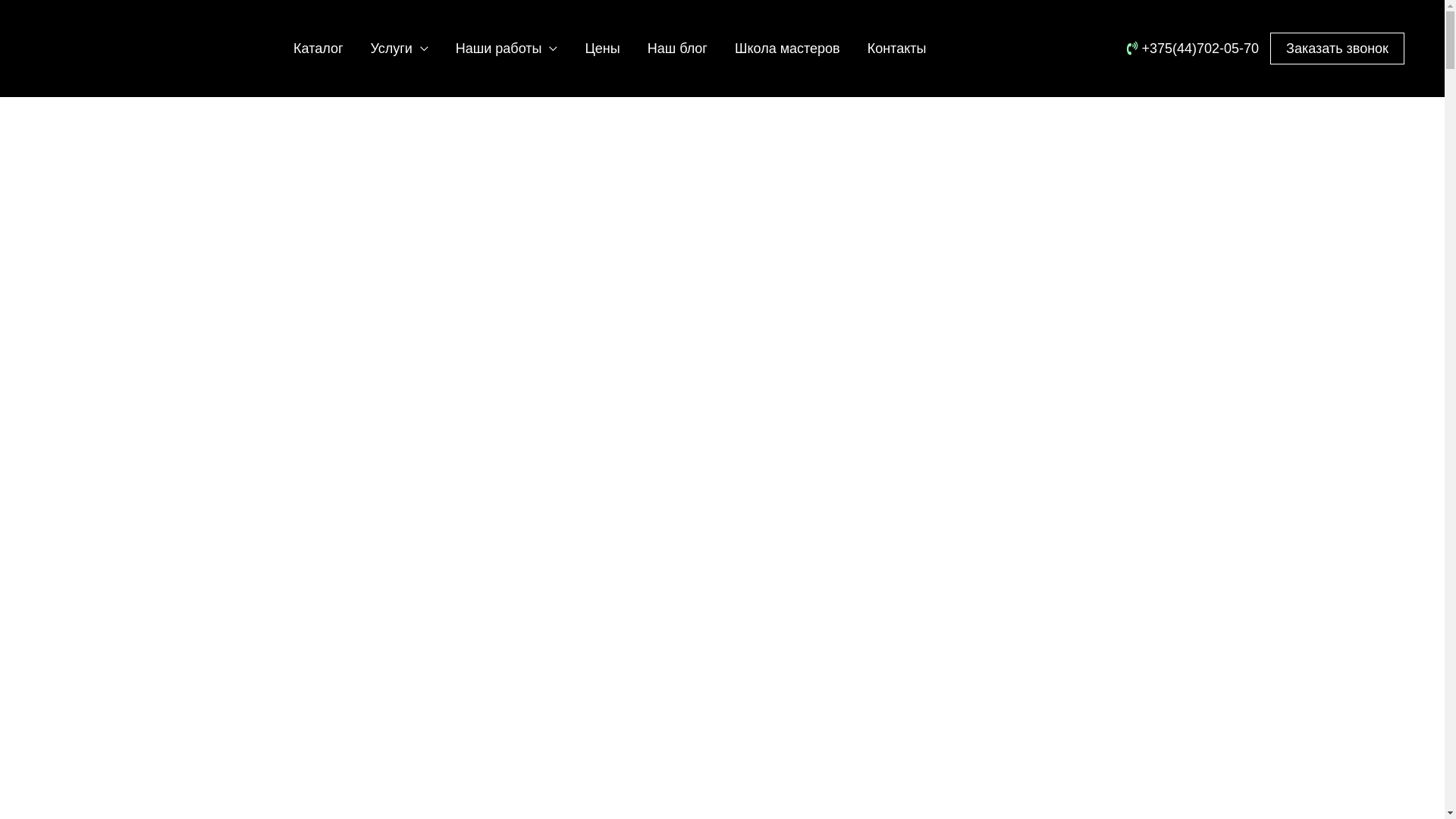 This screenshot has height=819, width=1456. What do you see at coordinates (1127, 48) in the screenshot?
I see `'+375(44)702-05-70'` at bounding box center [1127, 48].